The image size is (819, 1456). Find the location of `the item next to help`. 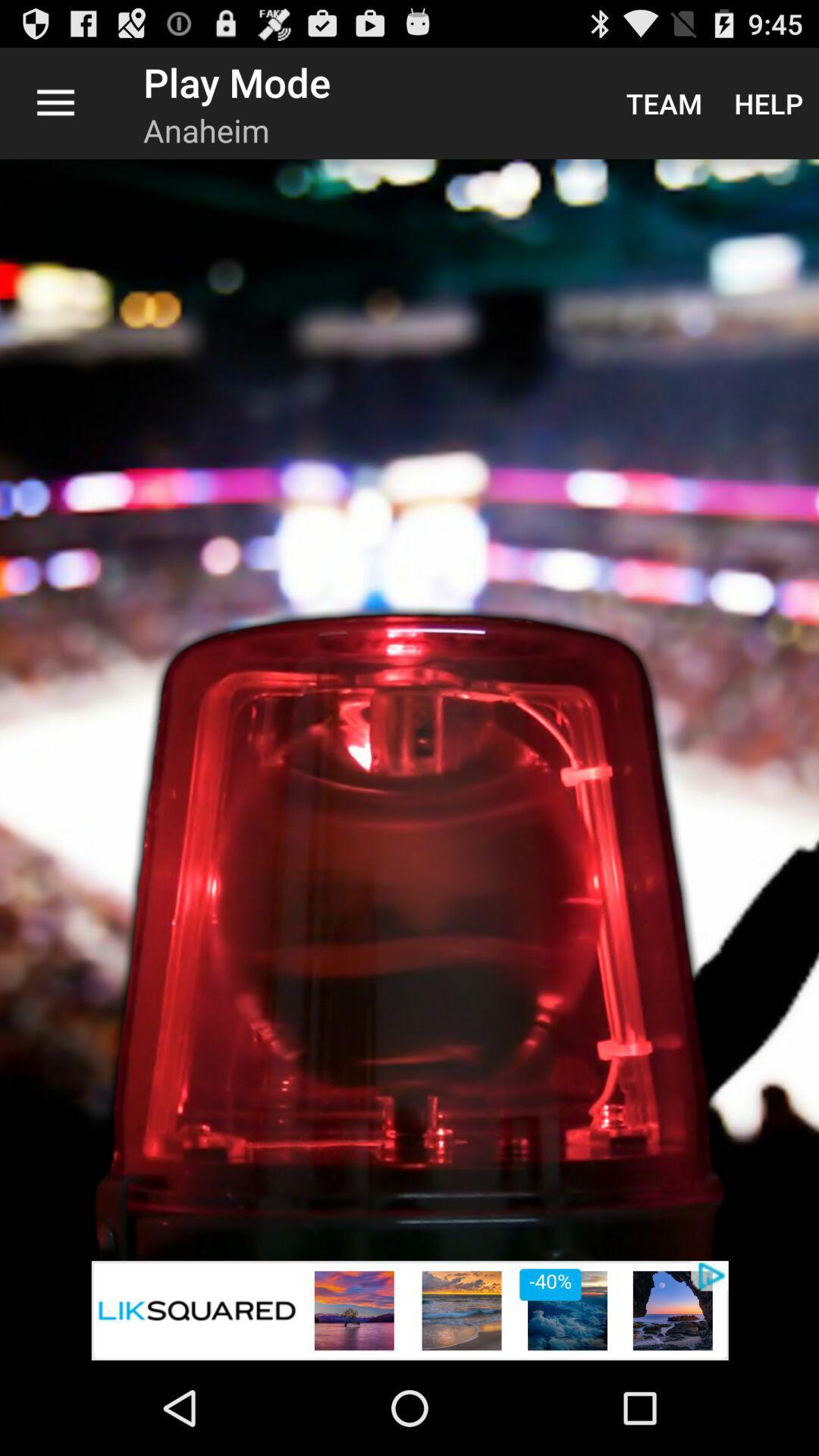

the item next to help is located at coordinates (663, 102).